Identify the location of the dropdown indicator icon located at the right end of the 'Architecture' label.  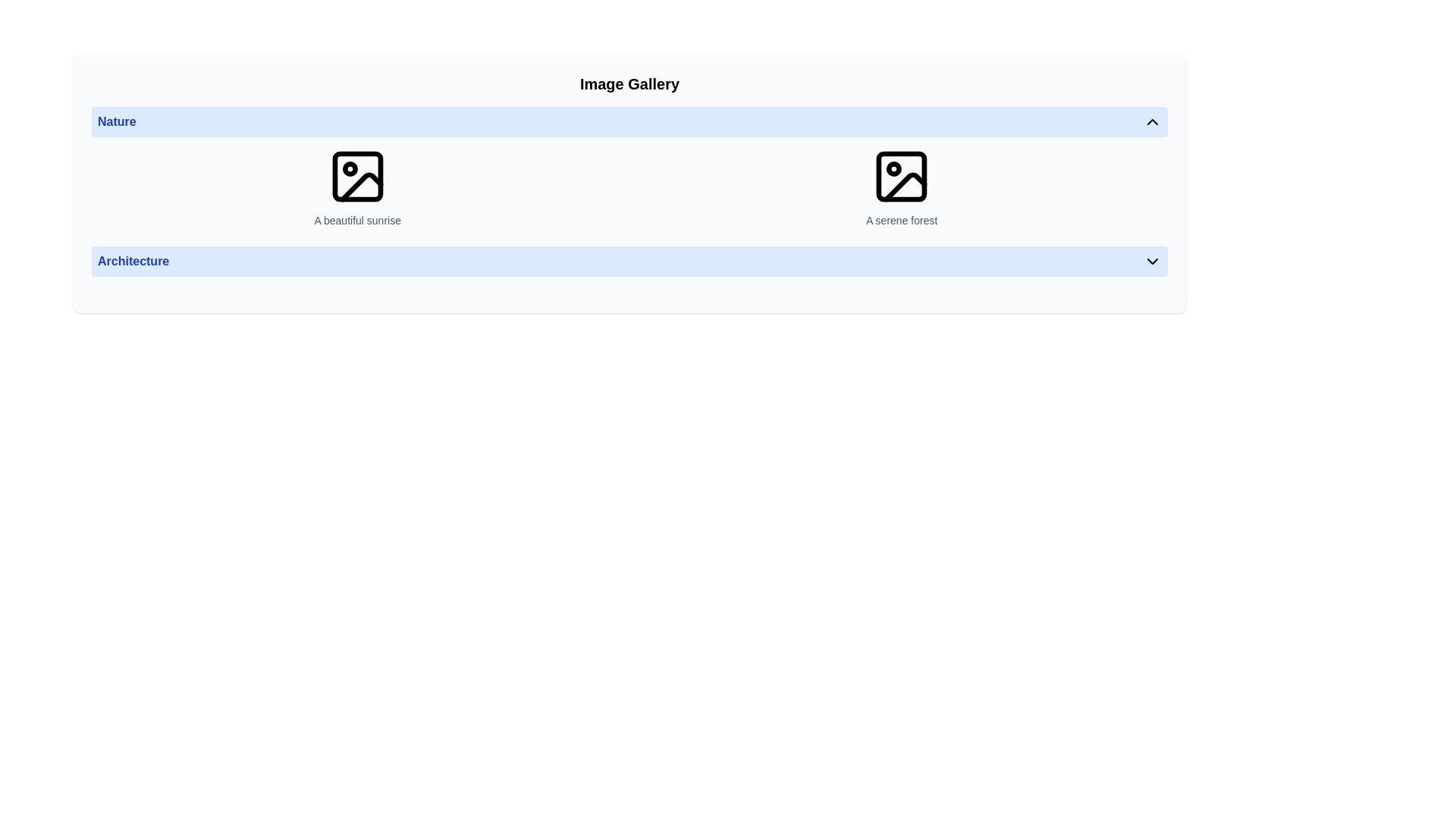
(1153, 260).